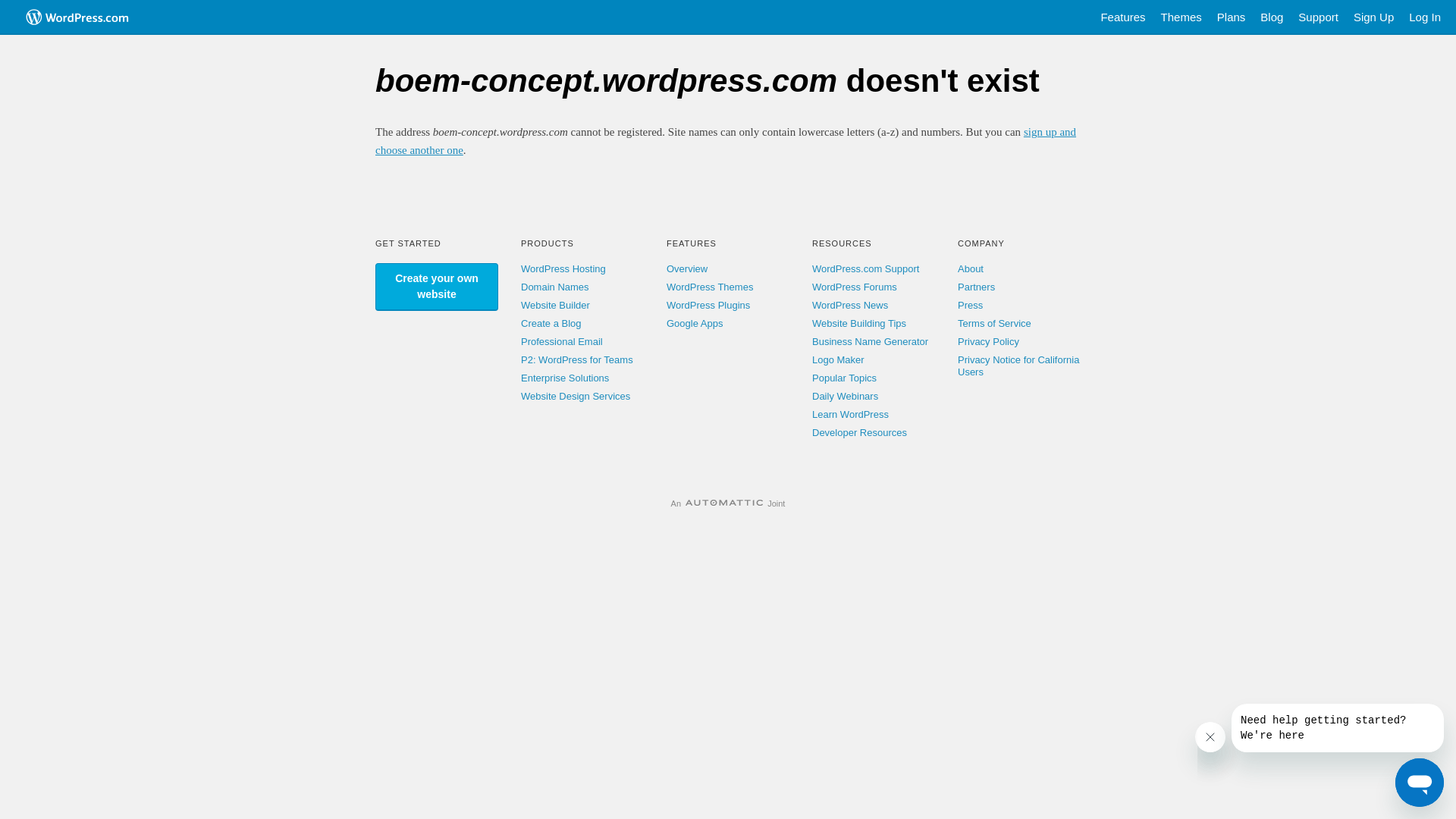  Describe the element at coordinates (1419, 783) in the screenshot. I see `'Button to launch messaging window'` at that location.